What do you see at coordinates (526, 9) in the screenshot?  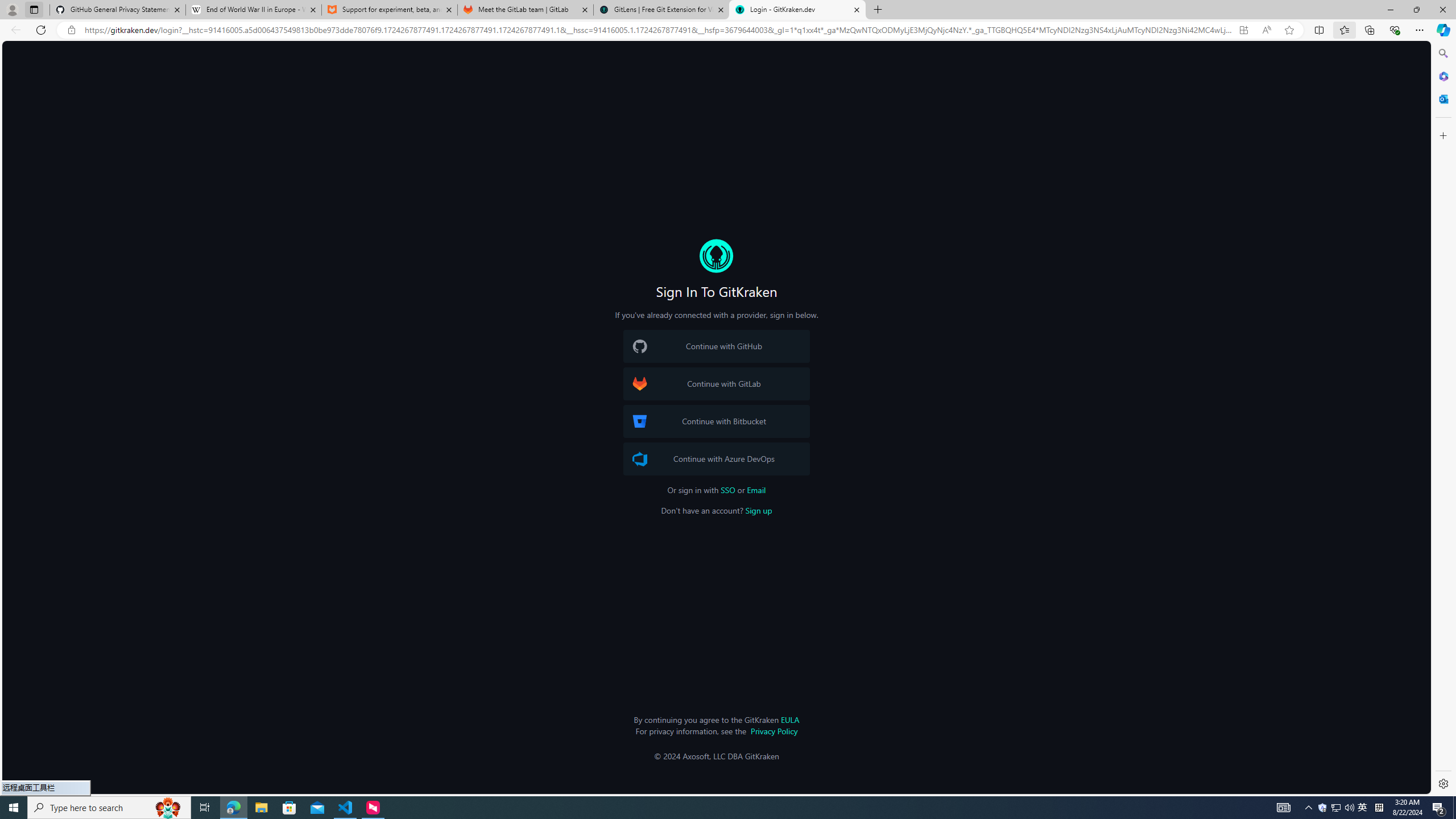 I see `'Meet the GitLab team | GitLab'` at bounding box center [526, 9].